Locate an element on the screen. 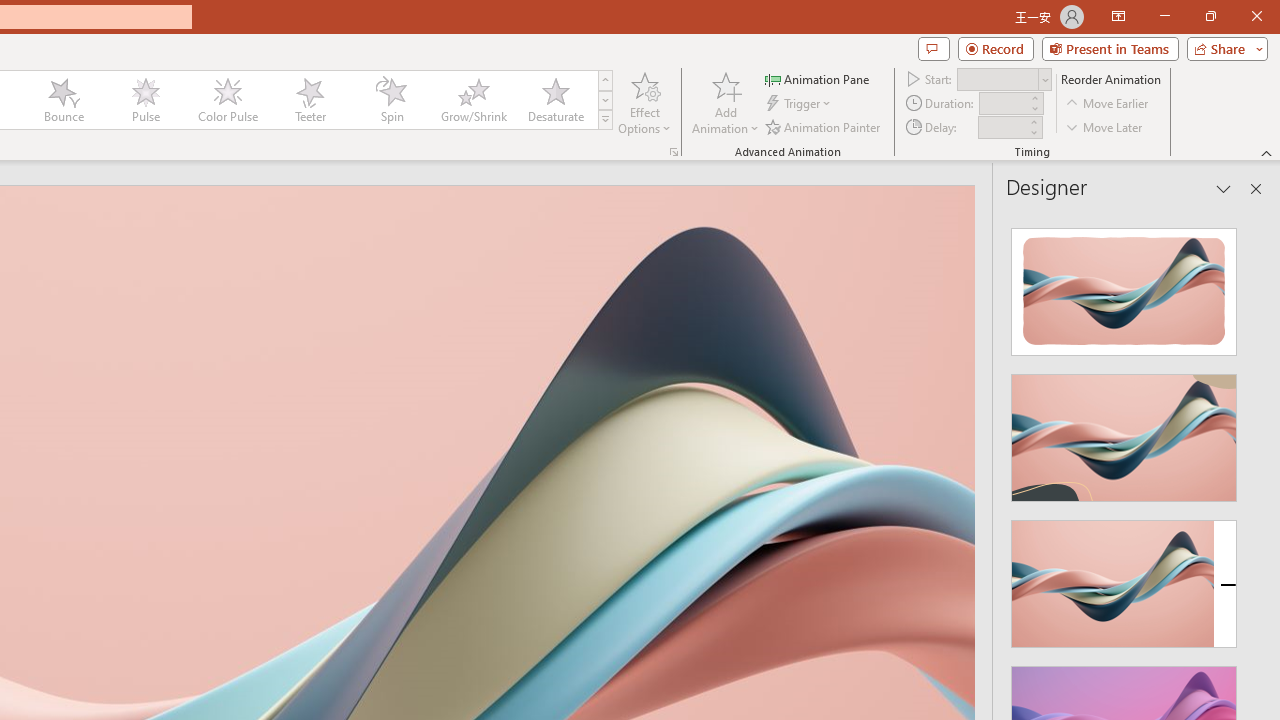 This screenshot has height=720, width=1280. 'Pulse' is located at coordinates (144, 100).